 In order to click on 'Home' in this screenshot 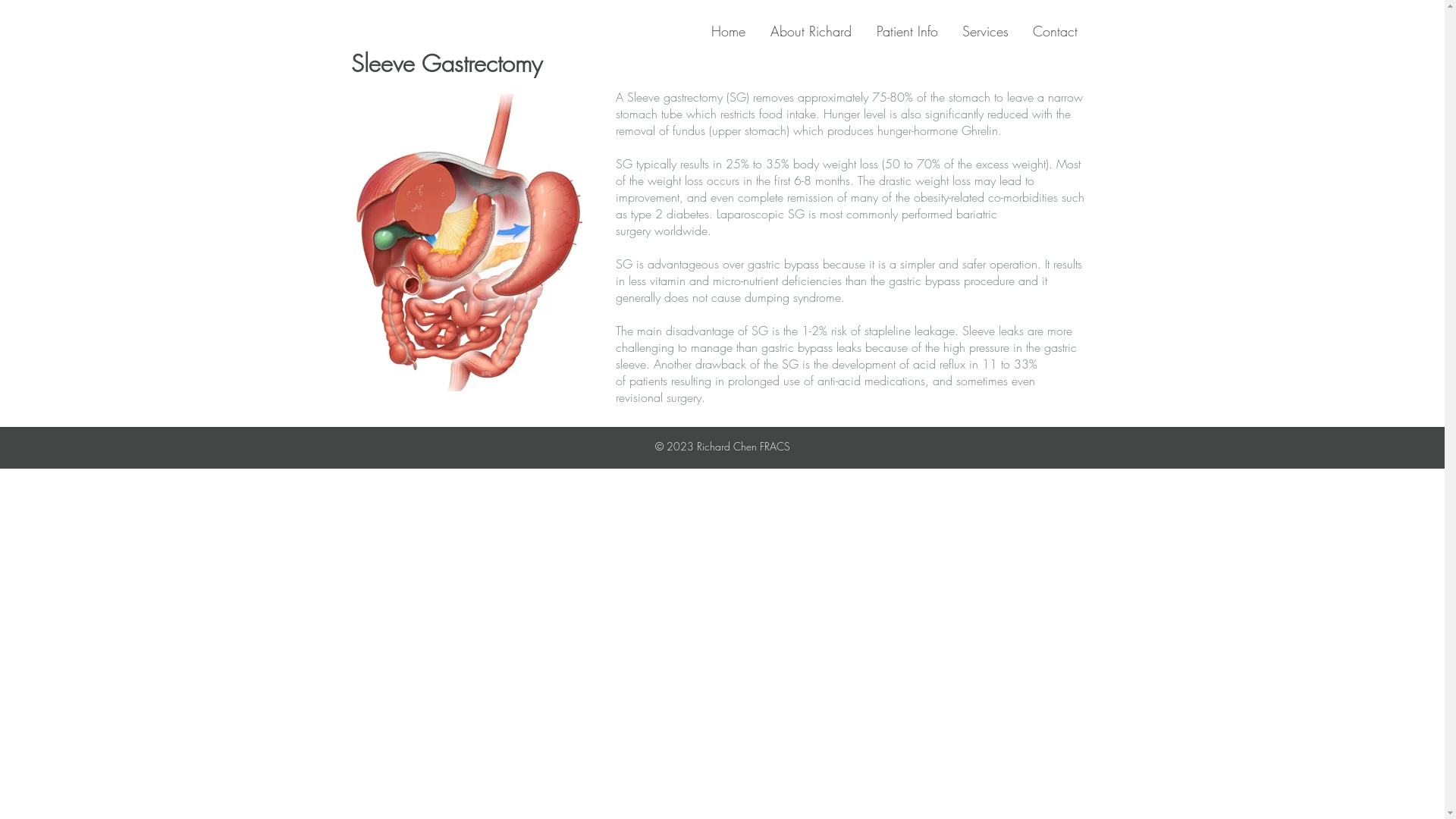, I will do `click(733, 31)`.